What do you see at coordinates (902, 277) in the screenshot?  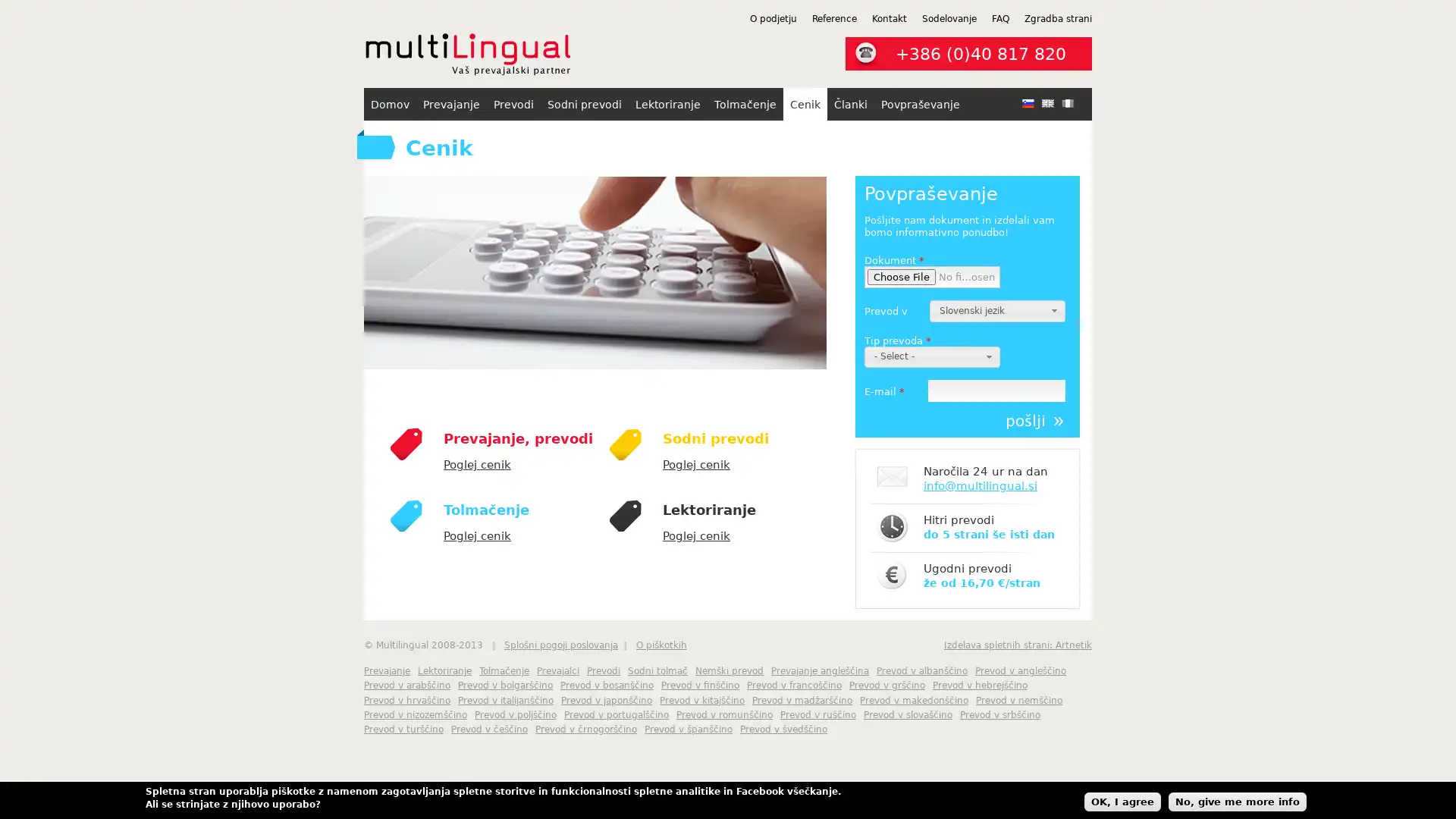 I see `Choose File` at bounding box center [902, 277].